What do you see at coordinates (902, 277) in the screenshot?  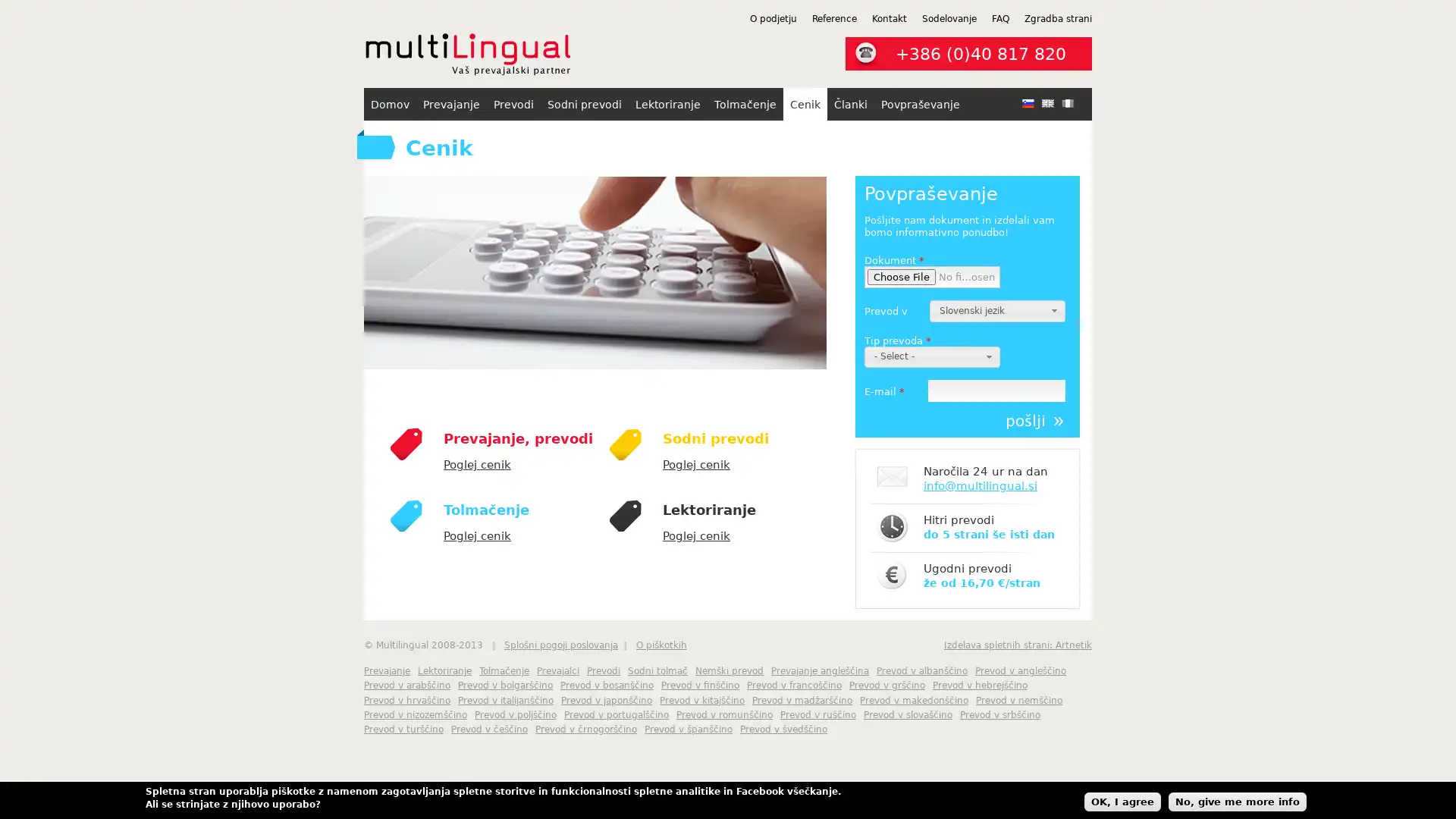 I see `Choose File` at bounding box center [902, 277].